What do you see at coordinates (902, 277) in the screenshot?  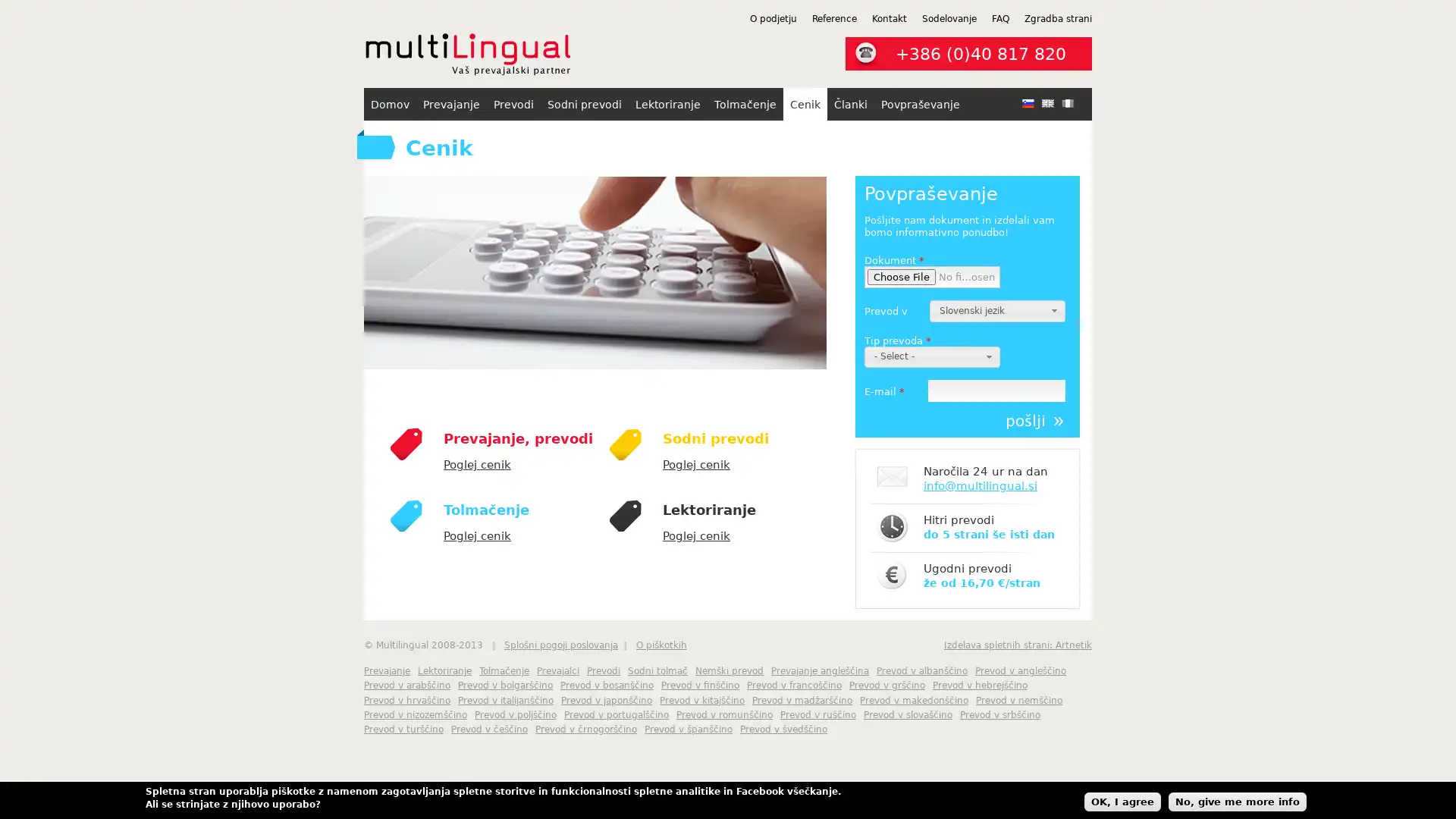 I see `Choose File` at bounding box center [902, 277].